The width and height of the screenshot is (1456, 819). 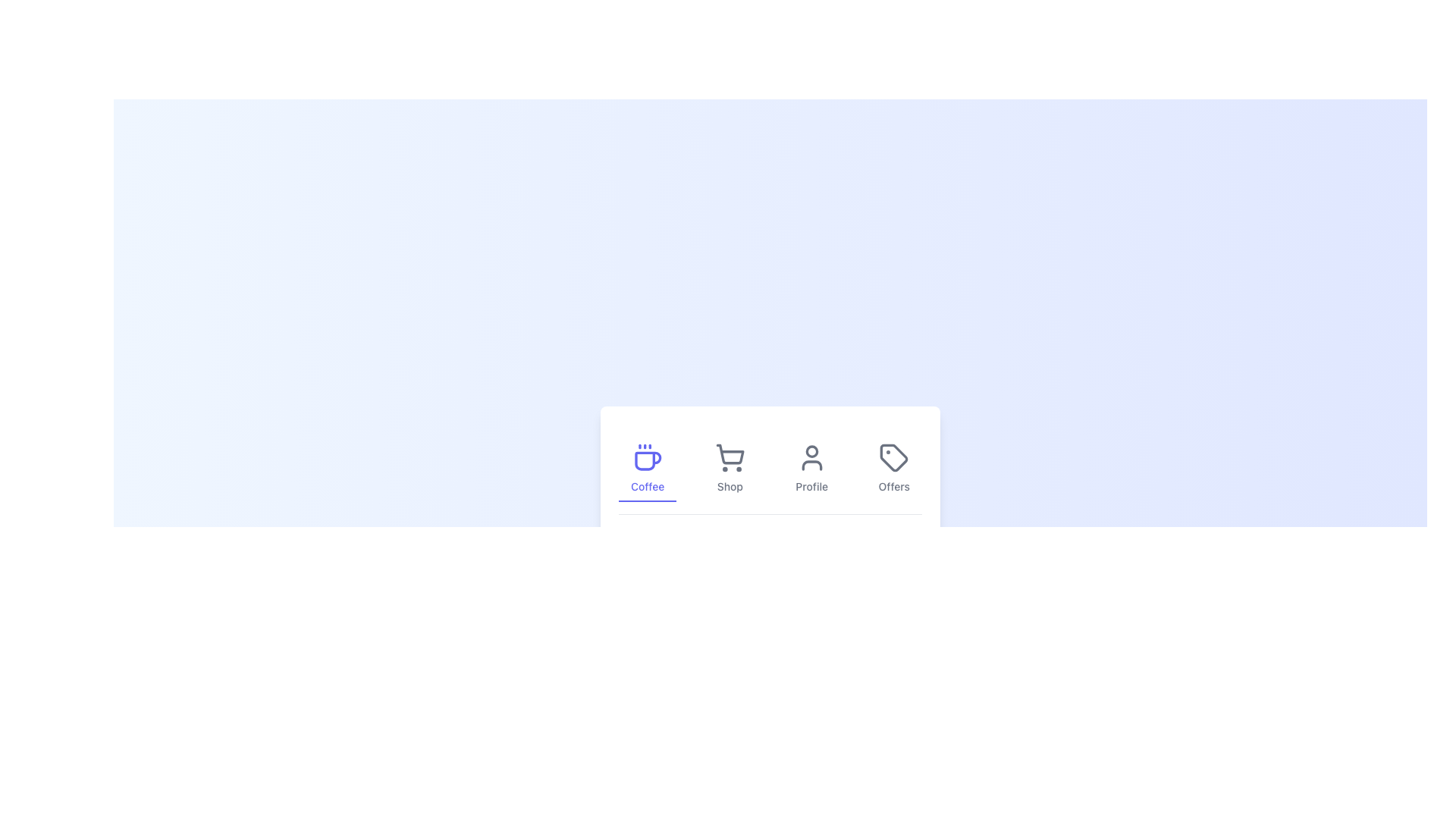 What do you see at coordinates (730, 453) in the screenshot?
I see `the shopping cart icon located in the bottom central navigation bar, which is the second icon from the left` at bounding box center [730, 453].